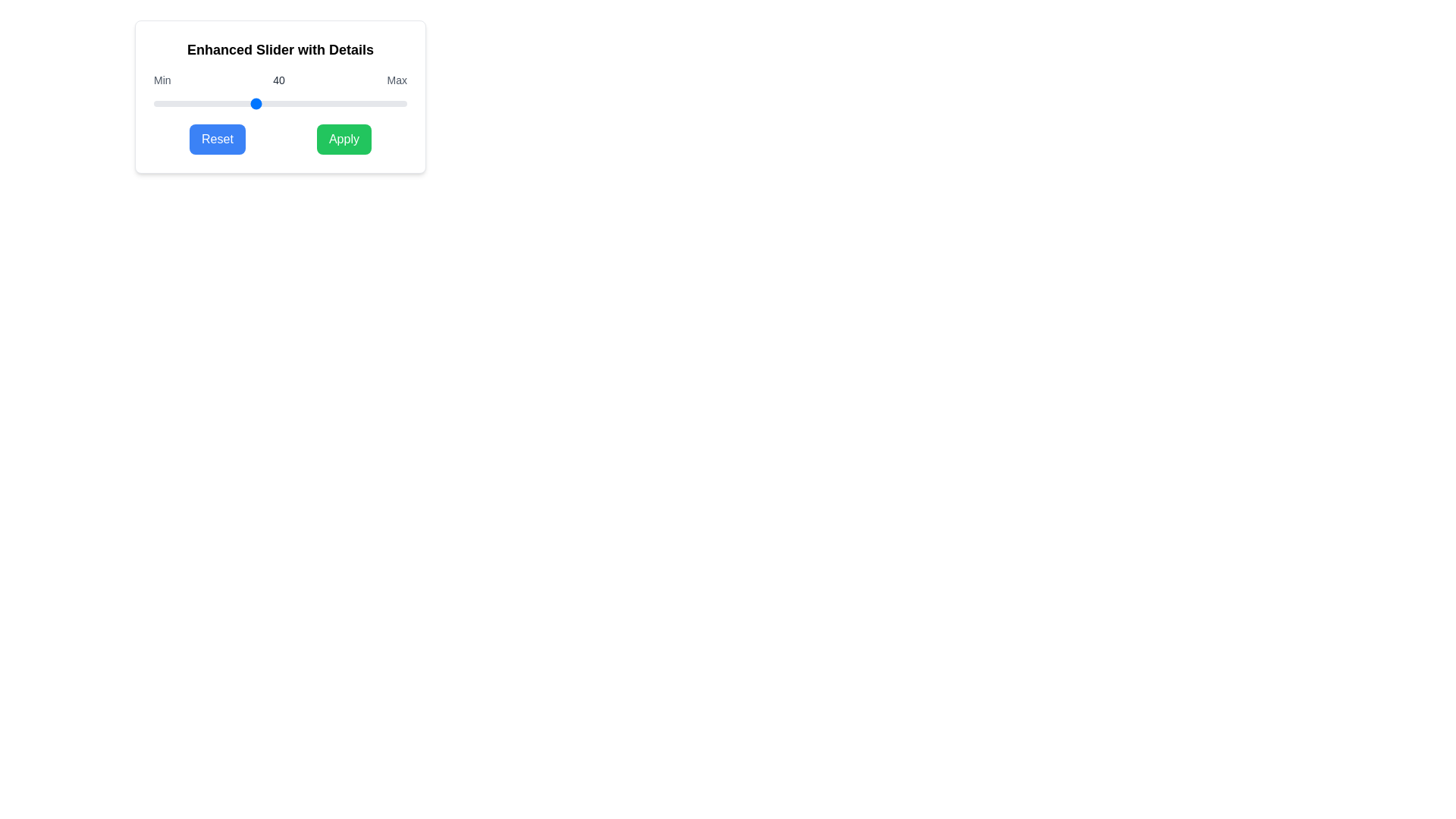 This screenshot has width=1456, height=819. What do you see at coordinates (298, 103) in the screenshot?
I see `the slider` at bounding box center [298, 103].